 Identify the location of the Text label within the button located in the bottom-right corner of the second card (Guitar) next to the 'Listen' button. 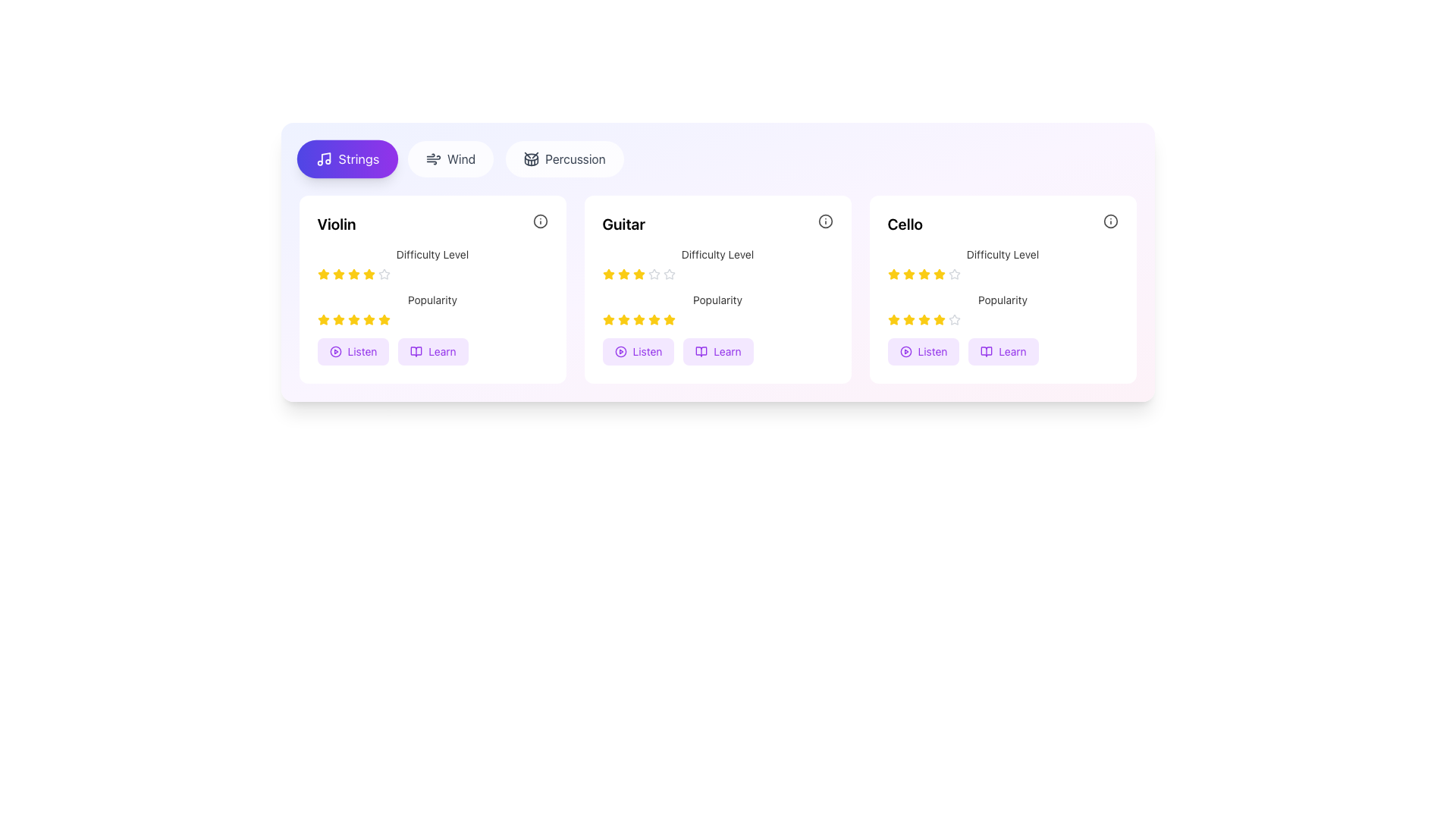
(726, 351).